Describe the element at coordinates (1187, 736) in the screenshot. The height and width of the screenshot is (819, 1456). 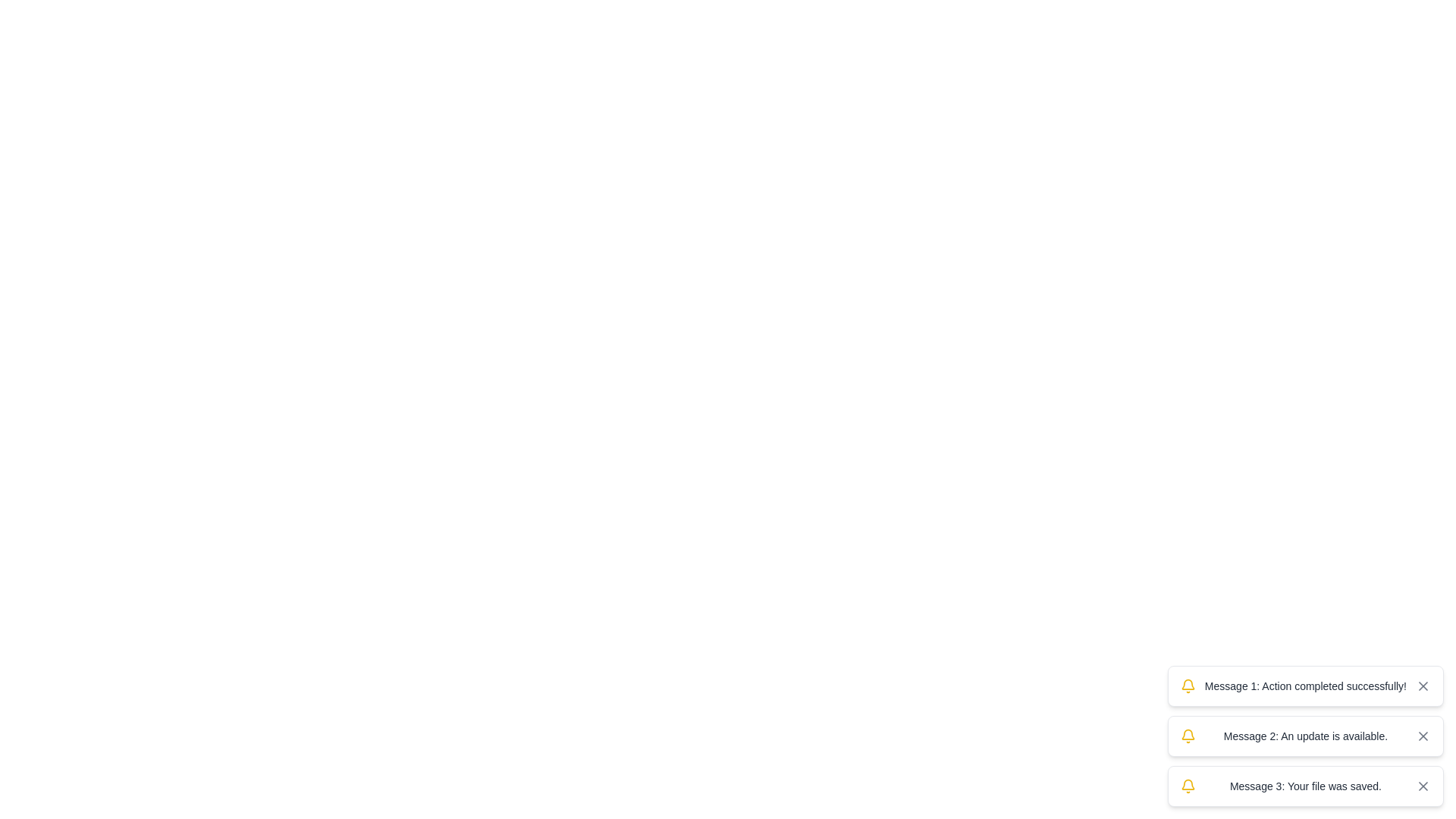
I see `the bell icon which identifies notifications in the second notification of a vertical list` at that location.